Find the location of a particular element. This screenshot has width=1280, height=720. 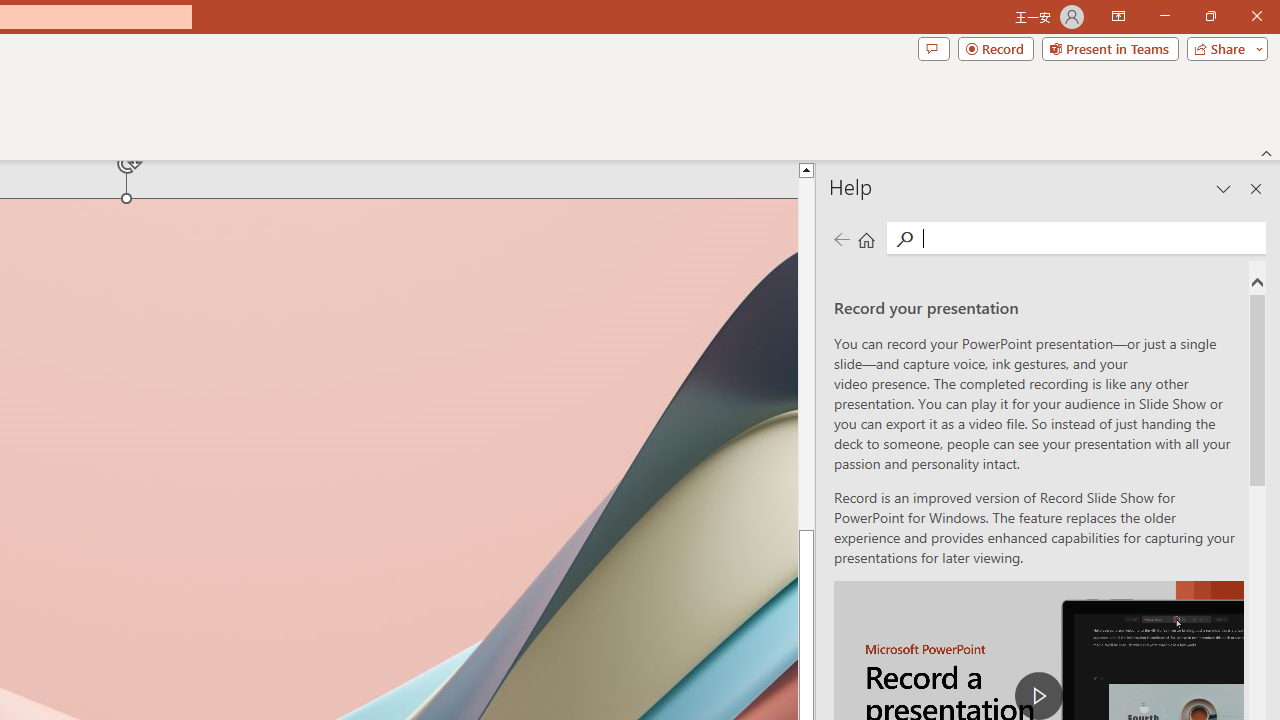

'Comments' is located at coordinates (932, 47).